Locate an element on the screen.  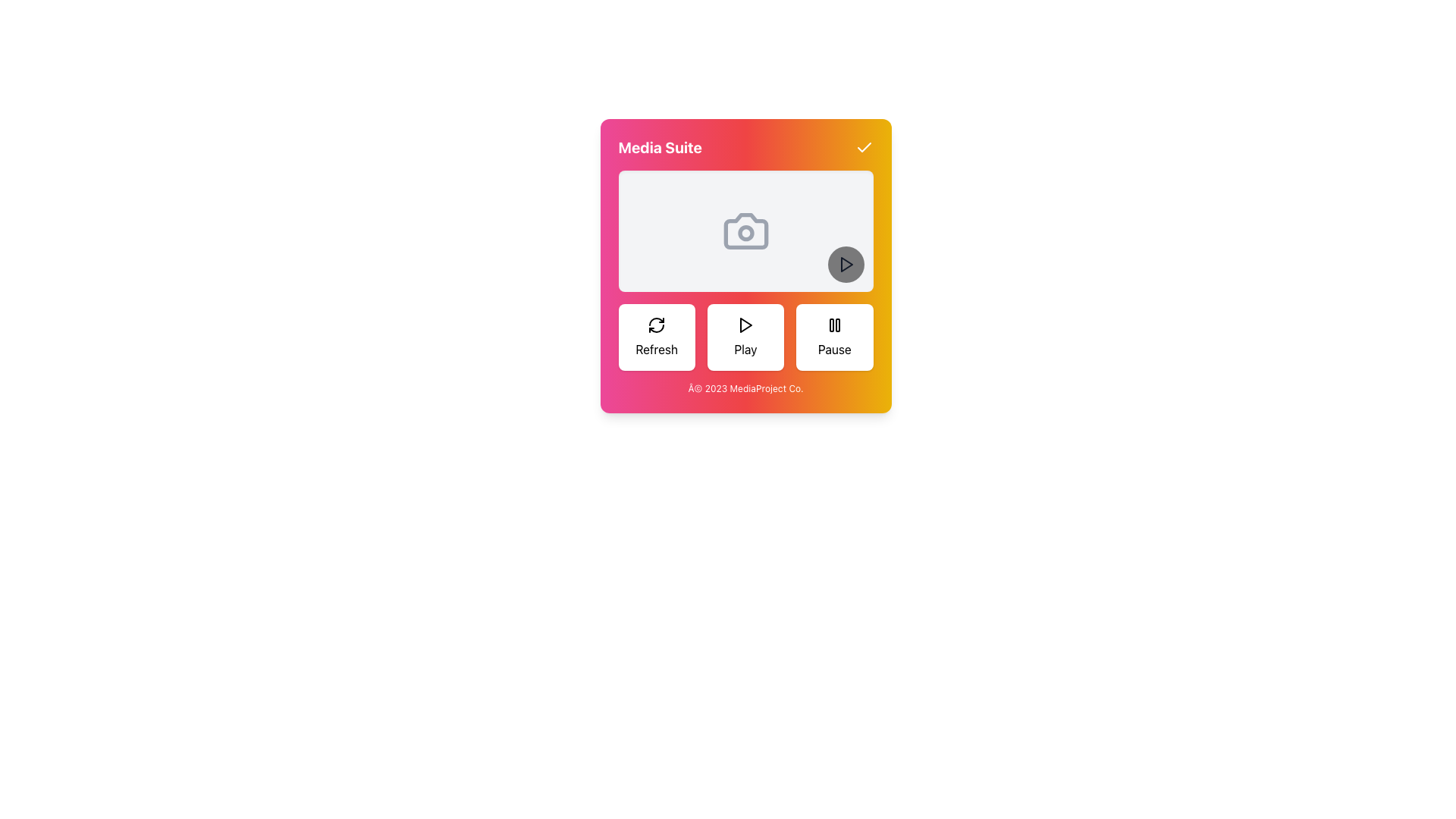
the play icon, which is located in the middle of the white 'Play' button in the central panel of the interface is located at coordinates (745, 324).